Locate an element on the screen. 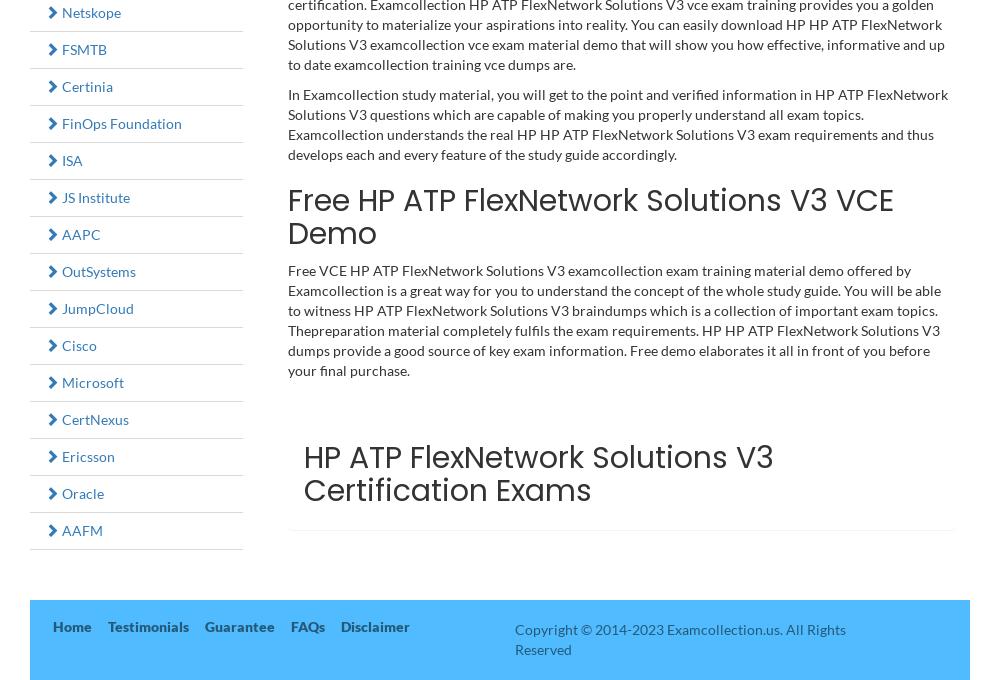 Image resolution: width=1000 pixels, height=680 pixels. 'HP ATP FlexNetwork Solutions V3 Certification Exams' is located at coordinates (538, 473).